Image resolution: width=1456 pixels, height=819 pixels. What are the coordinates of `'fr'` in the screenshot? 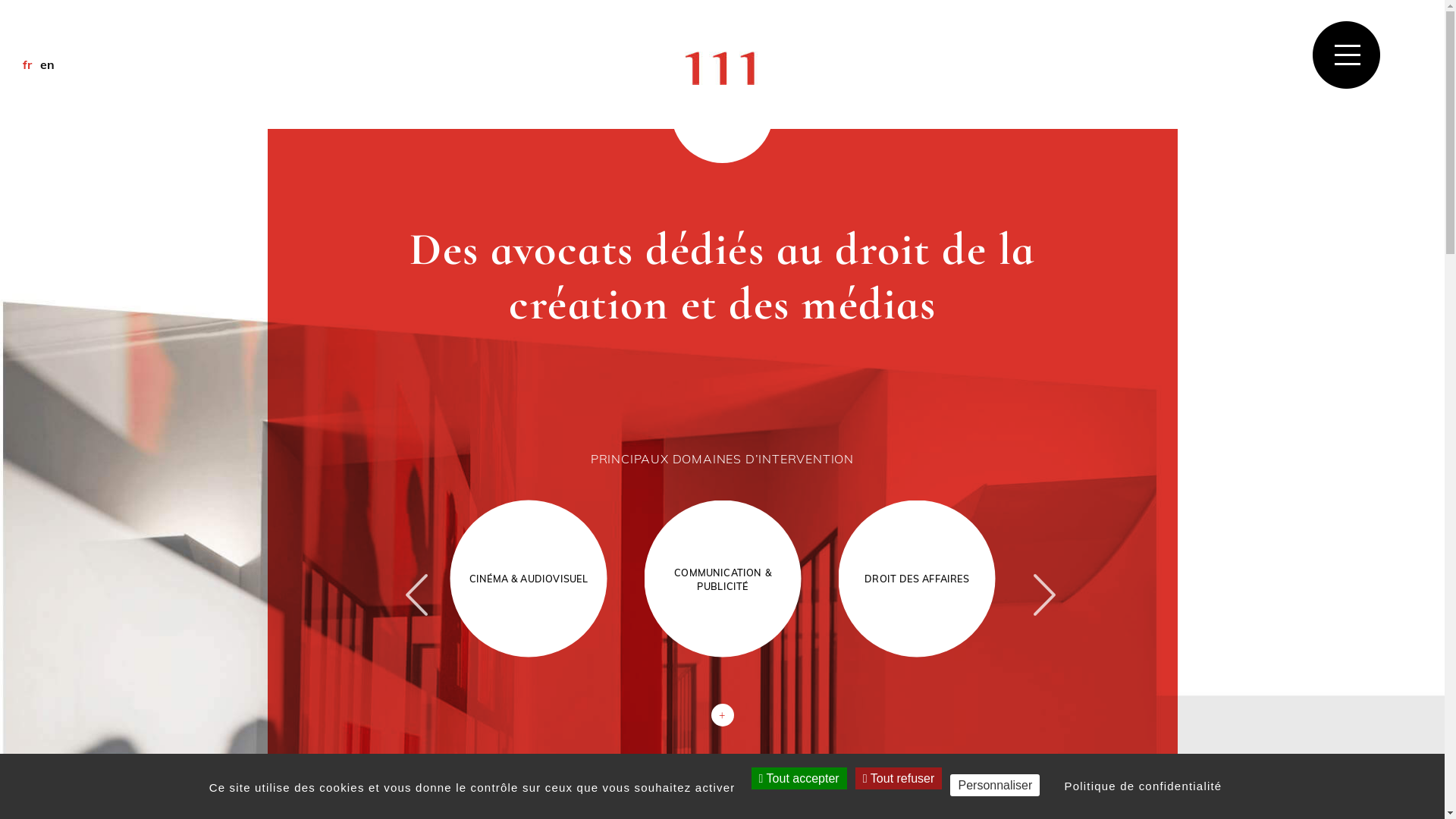 It's located at (27, 63).